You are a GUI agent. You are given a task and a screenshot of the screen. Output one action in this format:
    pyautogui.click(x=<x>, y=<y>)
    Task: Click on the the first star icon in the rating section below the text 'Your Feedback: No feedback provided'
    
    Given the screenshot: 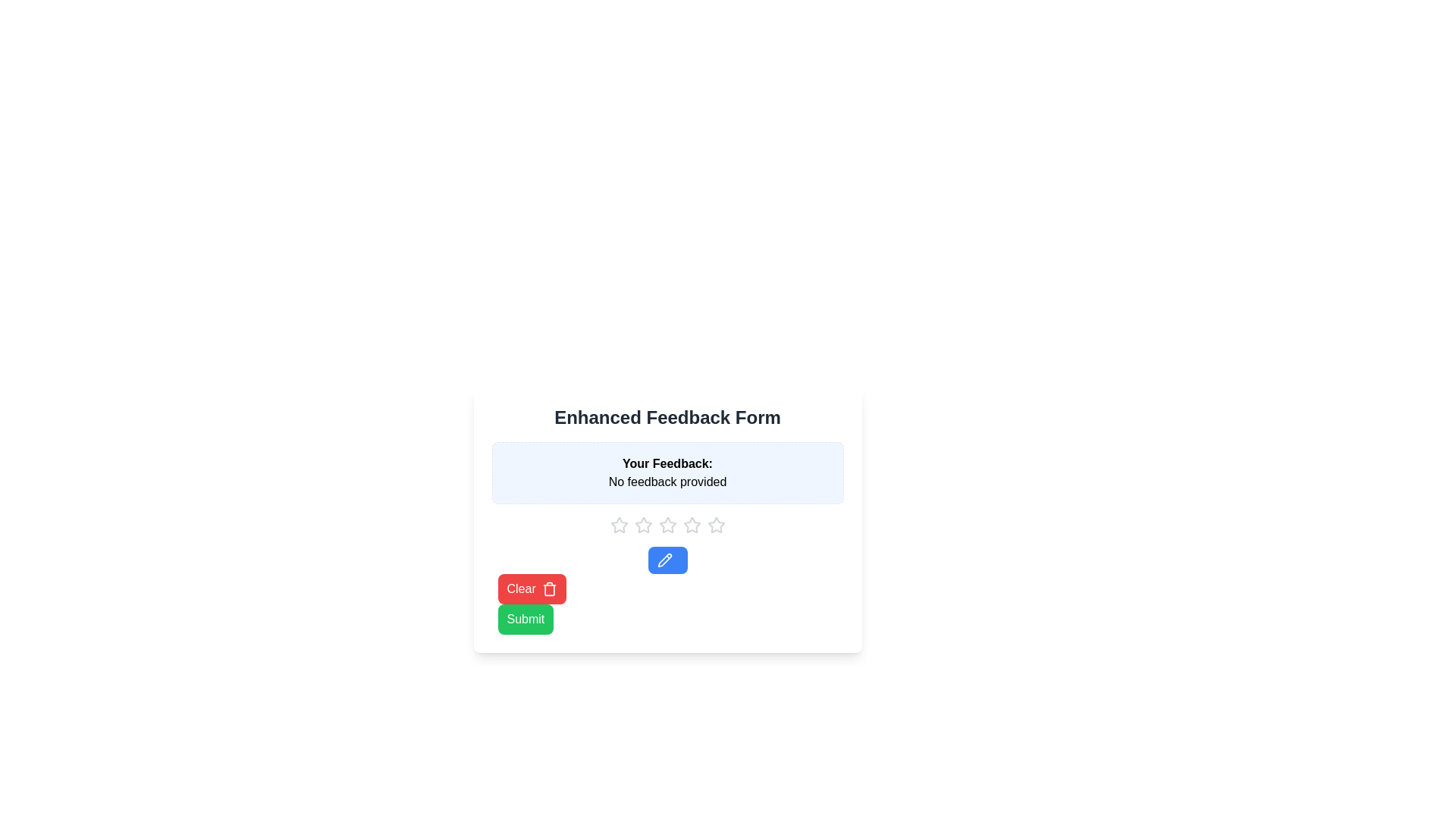 What is the action you would take?
    pyautogui.click(x=619, y=525)
    